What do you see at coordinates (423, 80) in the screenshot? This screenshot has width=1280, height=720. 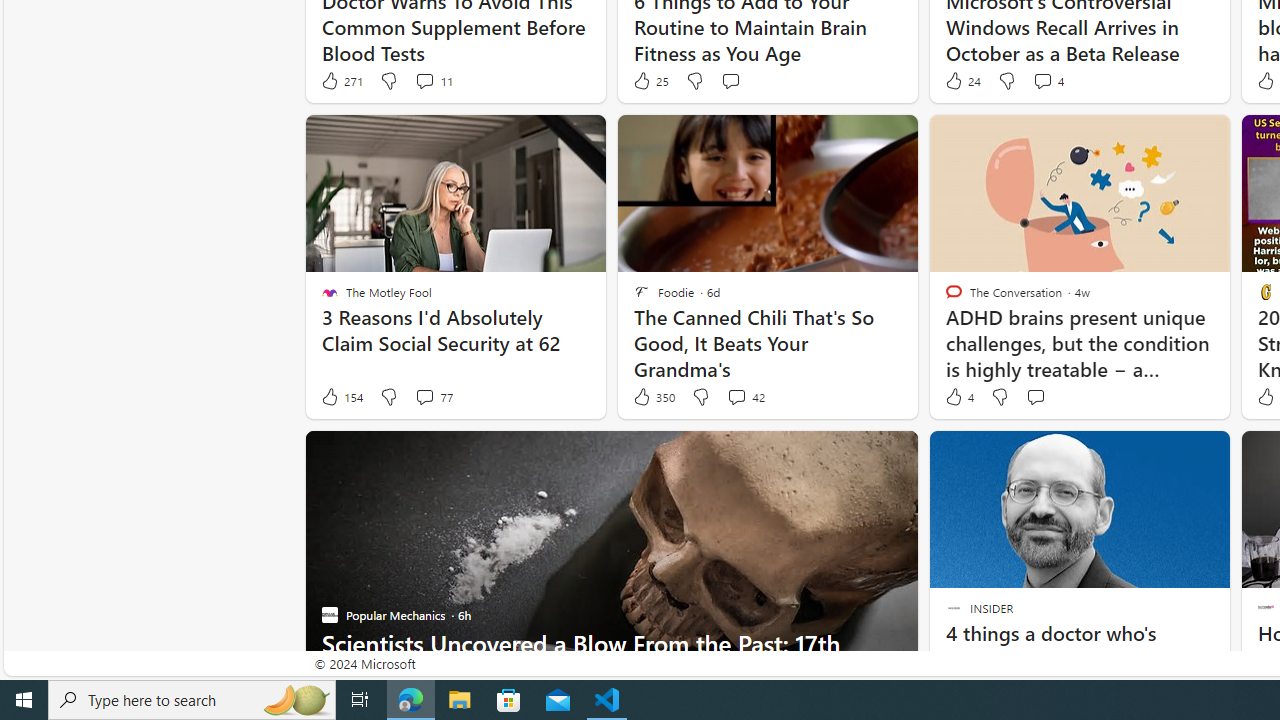 I see `'View comments 11 Comment'` at bounding box center [423, 80].